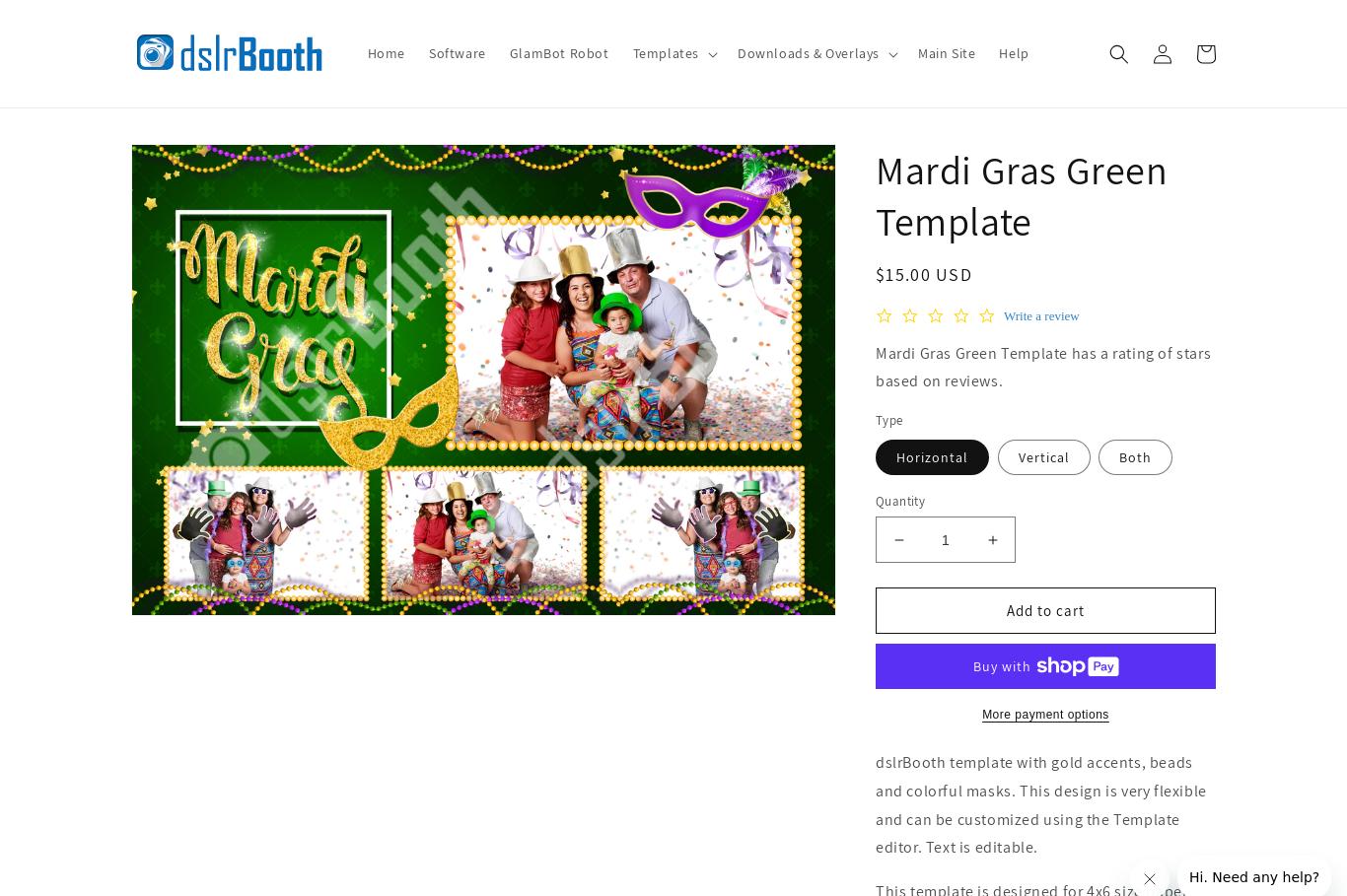  What do you see at coordinates (798, 263) in the screenshot?
I see `'Static GIF/Video Overlays'` at bounding box center [798, 263].